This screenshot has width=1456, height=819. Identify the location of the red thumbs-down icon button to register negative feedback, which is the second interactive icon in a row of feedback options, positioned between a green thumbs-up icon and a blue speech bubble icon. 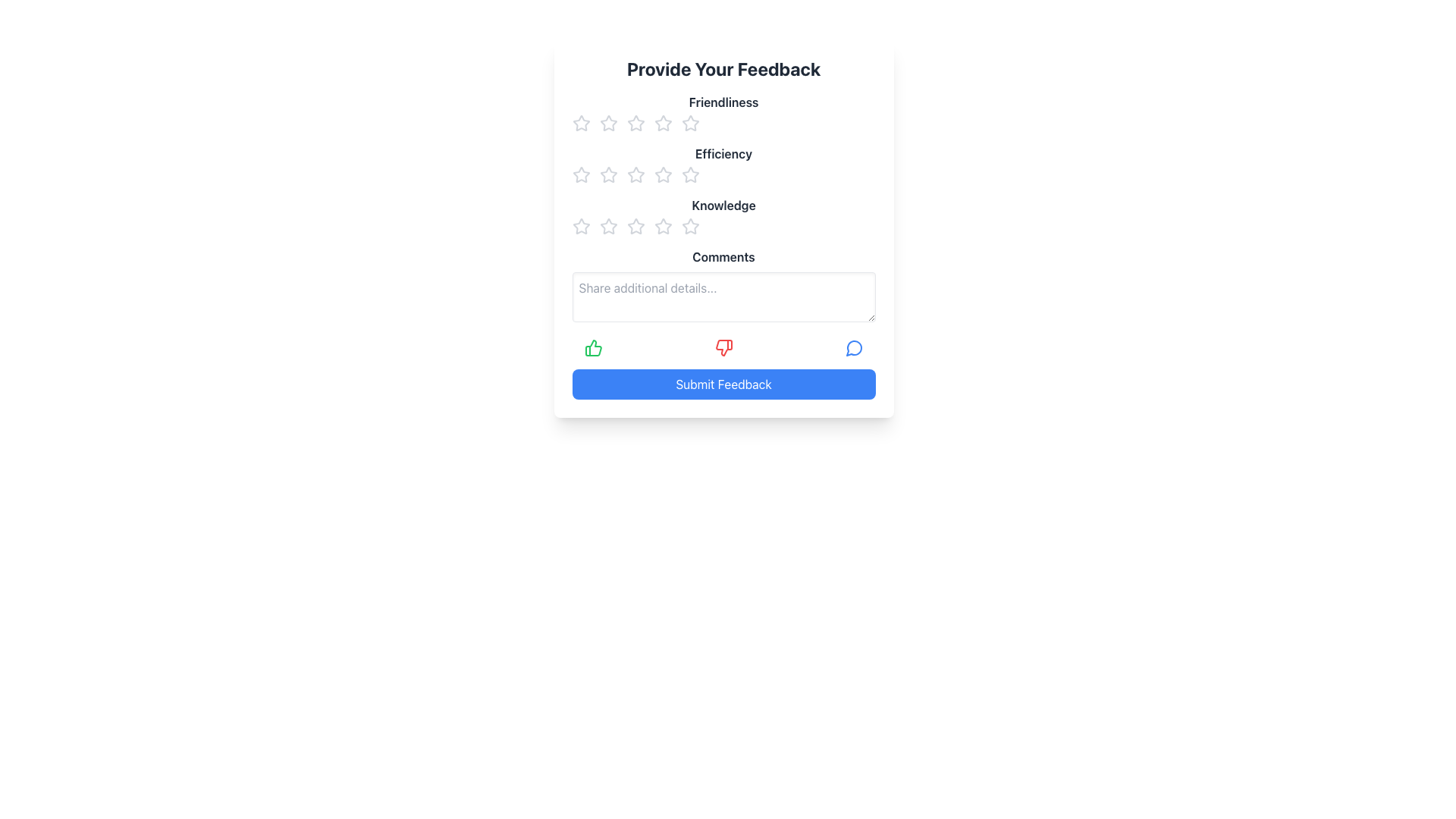
(723, 348).